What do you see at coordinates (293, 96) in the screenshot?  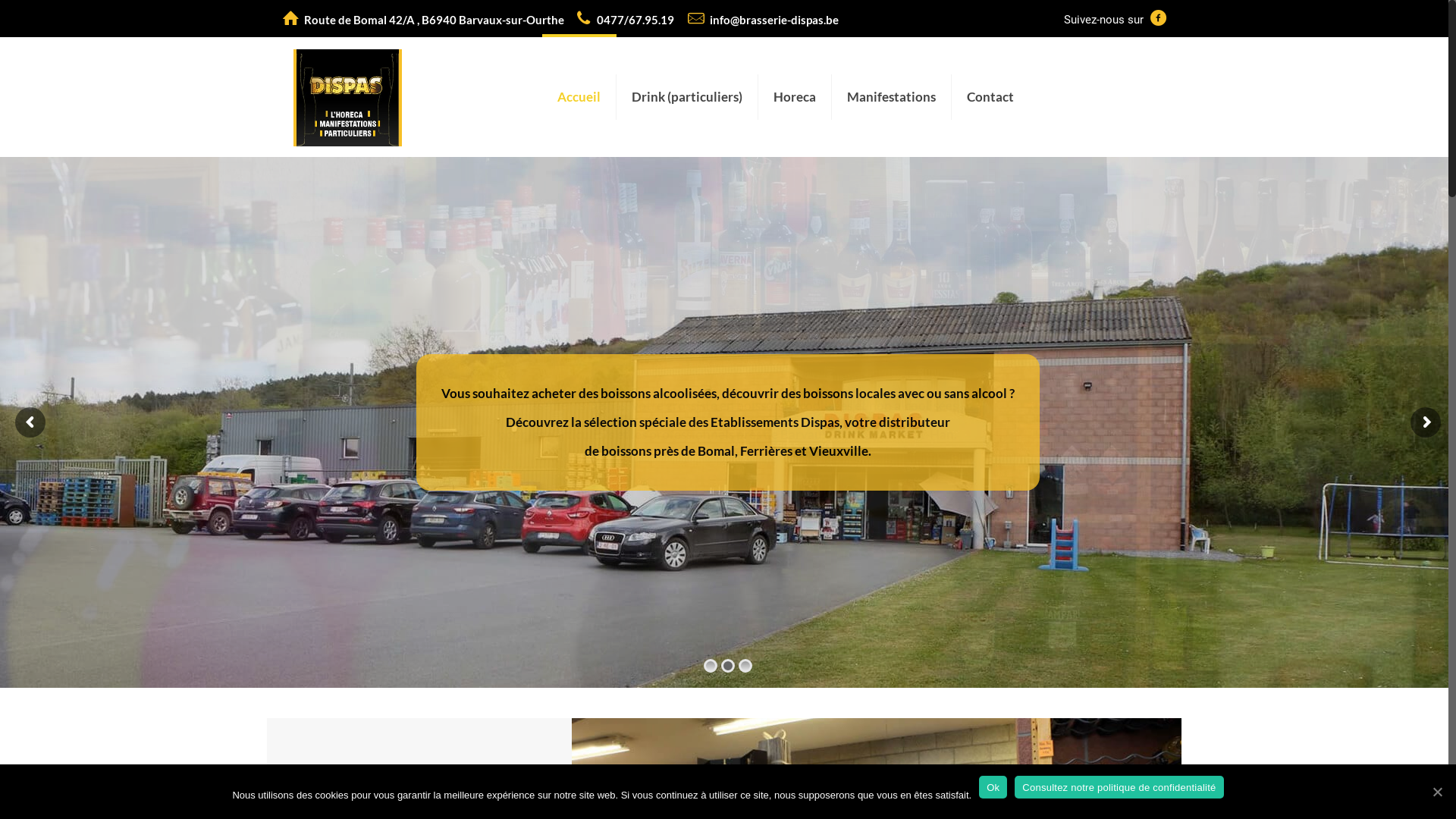 I see `'ETABLISSEMENTS DISPAS'` at bounding box center [293, 96].